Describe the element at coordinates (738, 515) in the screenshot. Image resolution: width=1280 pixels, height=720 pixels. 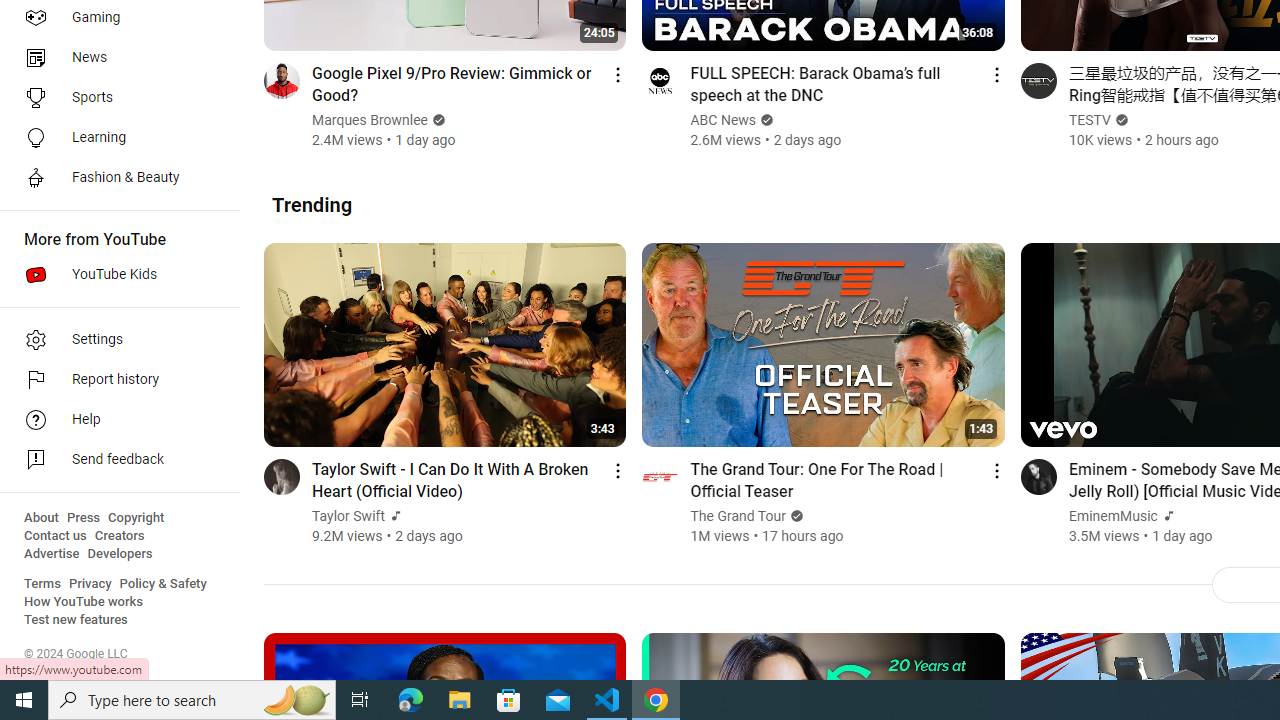
I see `'The Grand Tour'` at that location.